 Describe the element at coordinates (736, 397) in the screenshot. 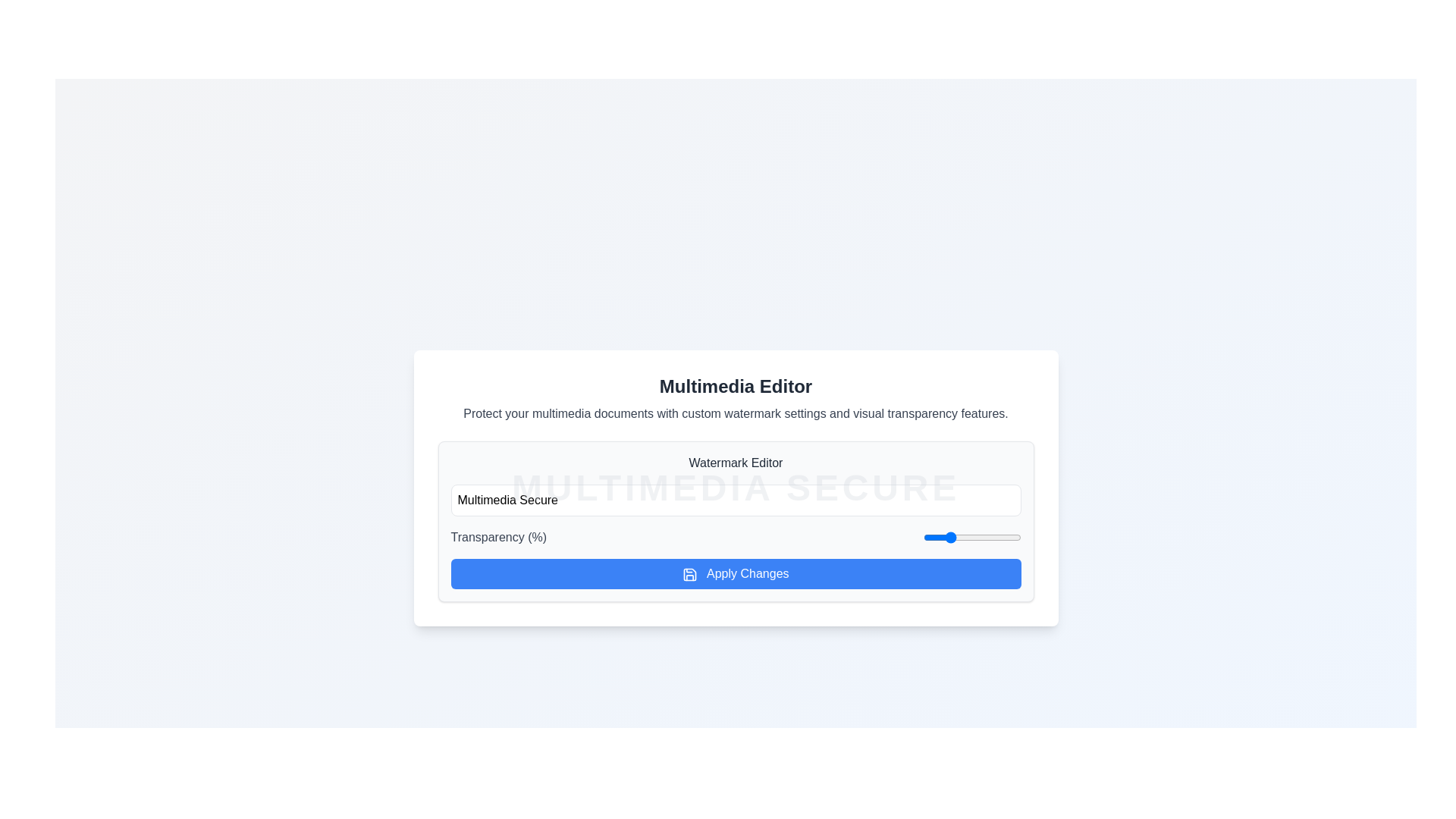

I see `the text block titled 'Multimedia Editor' which contains a subtitle about watermark settings, located at the top center of the interface` at that location.